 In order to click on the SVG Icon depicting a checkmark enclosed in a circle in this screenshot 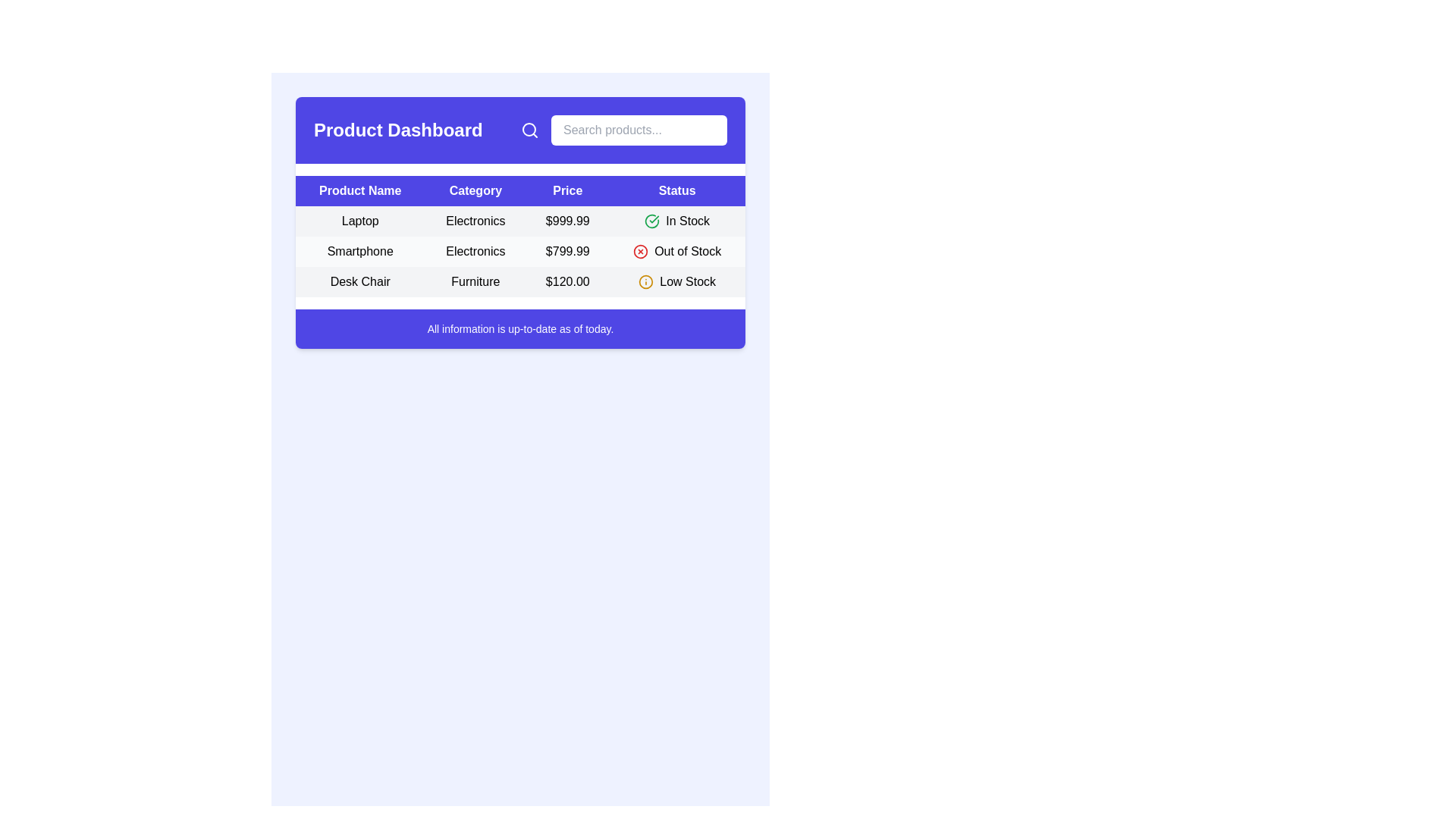, I will do `click(652, 221)`.